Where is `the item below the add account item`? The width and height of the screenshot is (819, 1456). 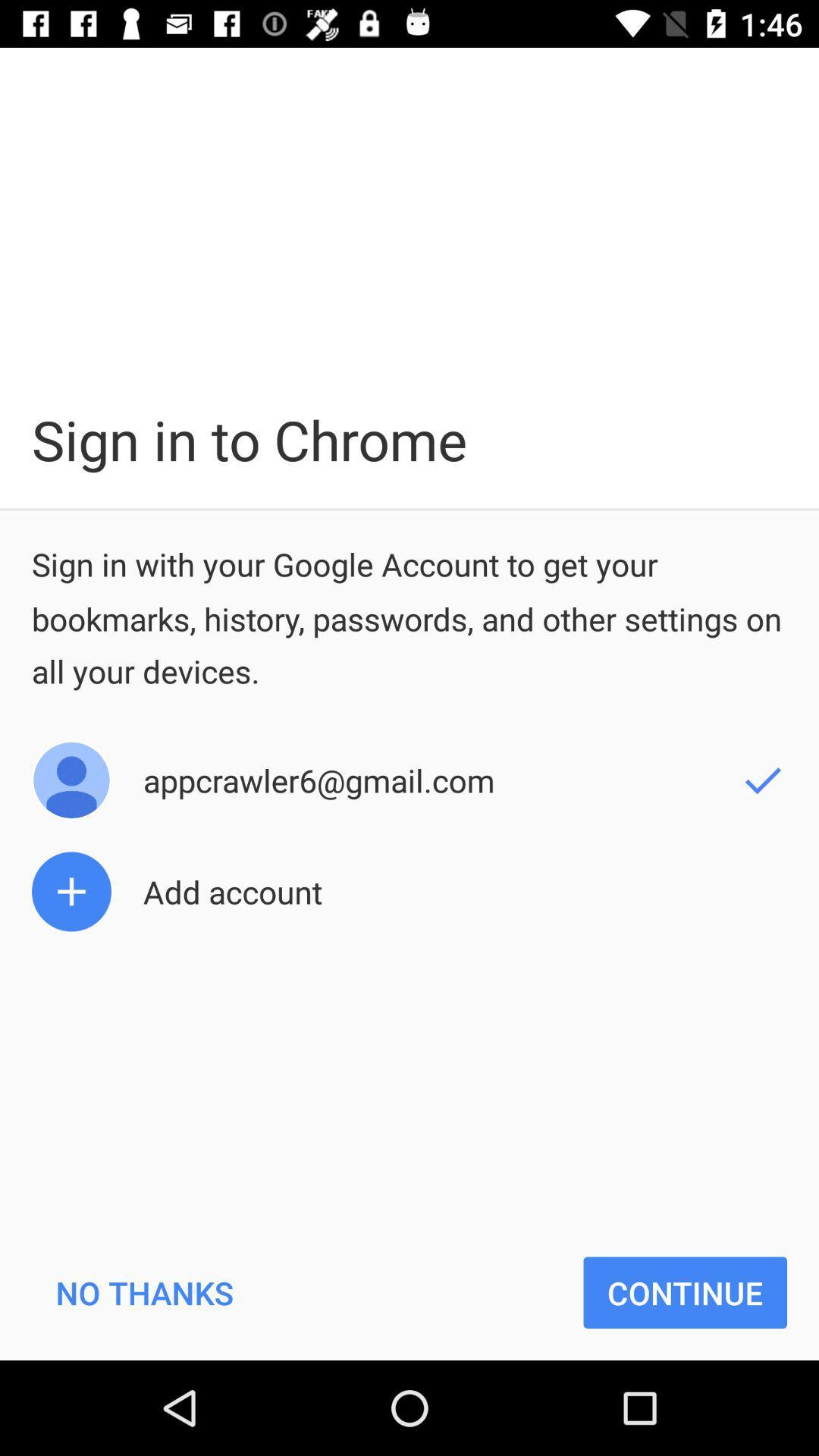 the item below the add account item is located at coordinates (144, 1291).